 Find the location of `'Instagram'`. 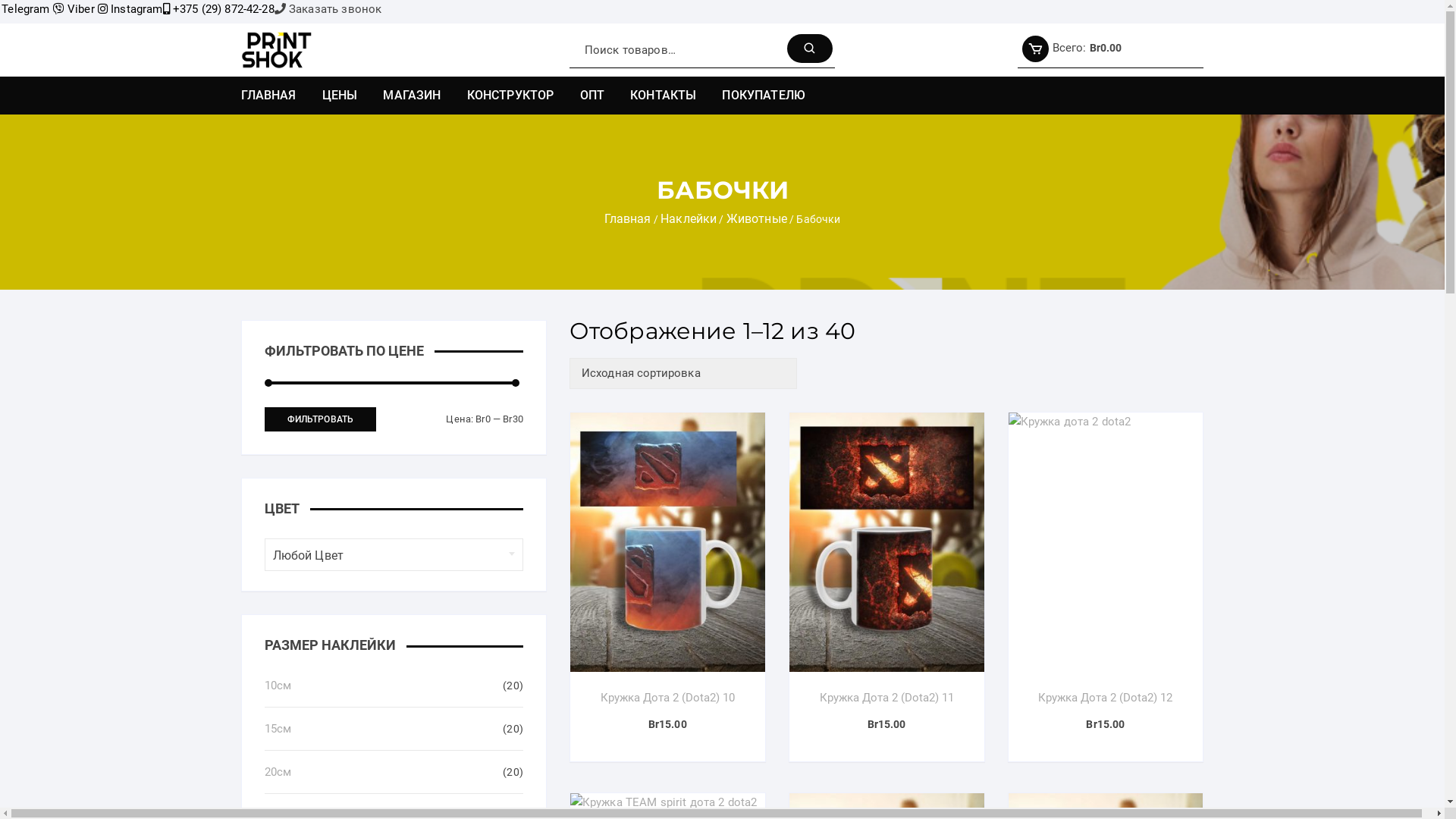

'Instagram' is located at coordinates (97, 8).